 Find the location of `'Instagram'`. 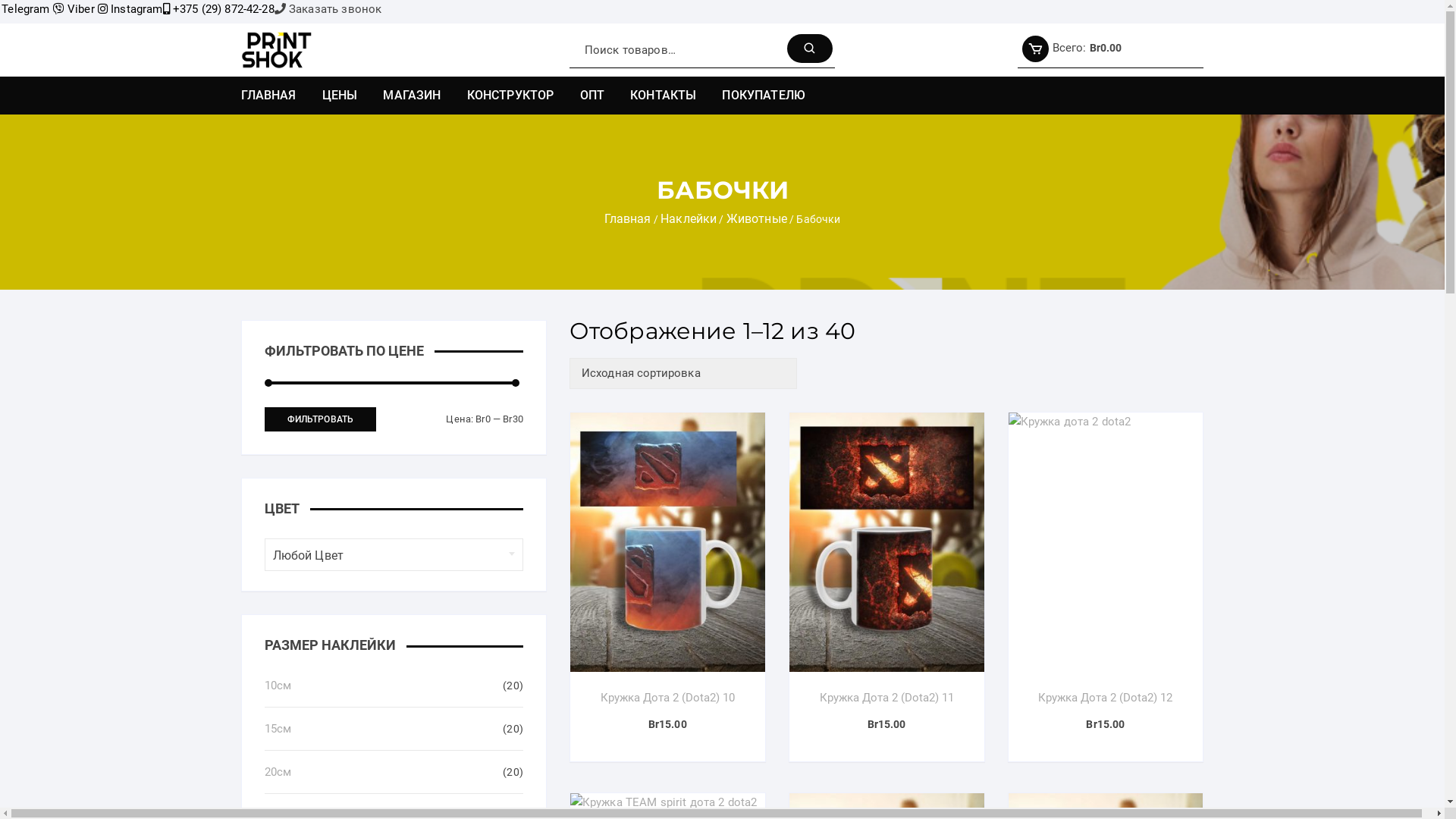

'Instagram' is located at coordinates (97, 8).